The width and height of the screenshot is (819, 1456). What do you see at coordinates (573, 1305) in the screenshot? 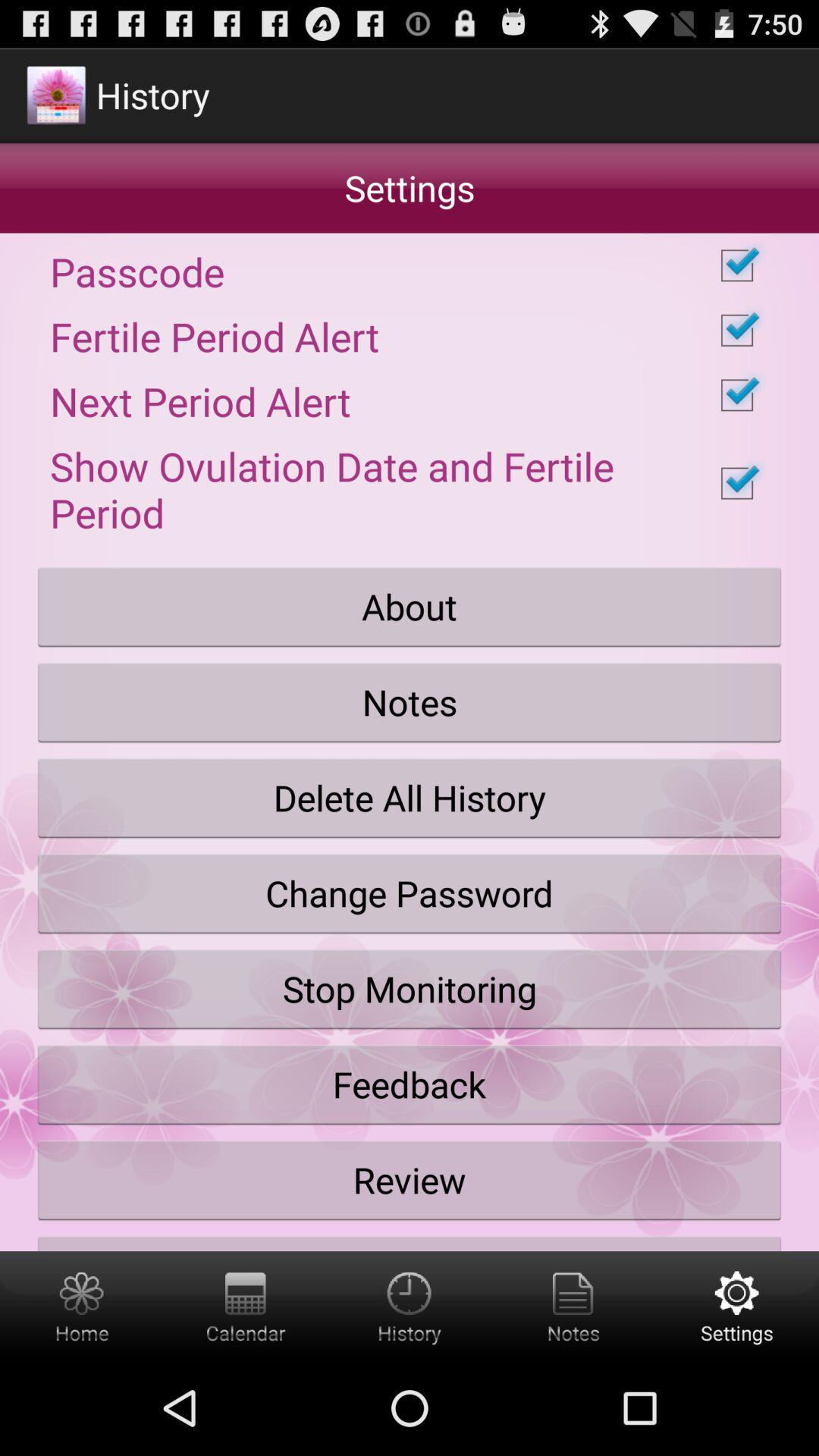
I see `notes page` at bounding box center [573, 1305].